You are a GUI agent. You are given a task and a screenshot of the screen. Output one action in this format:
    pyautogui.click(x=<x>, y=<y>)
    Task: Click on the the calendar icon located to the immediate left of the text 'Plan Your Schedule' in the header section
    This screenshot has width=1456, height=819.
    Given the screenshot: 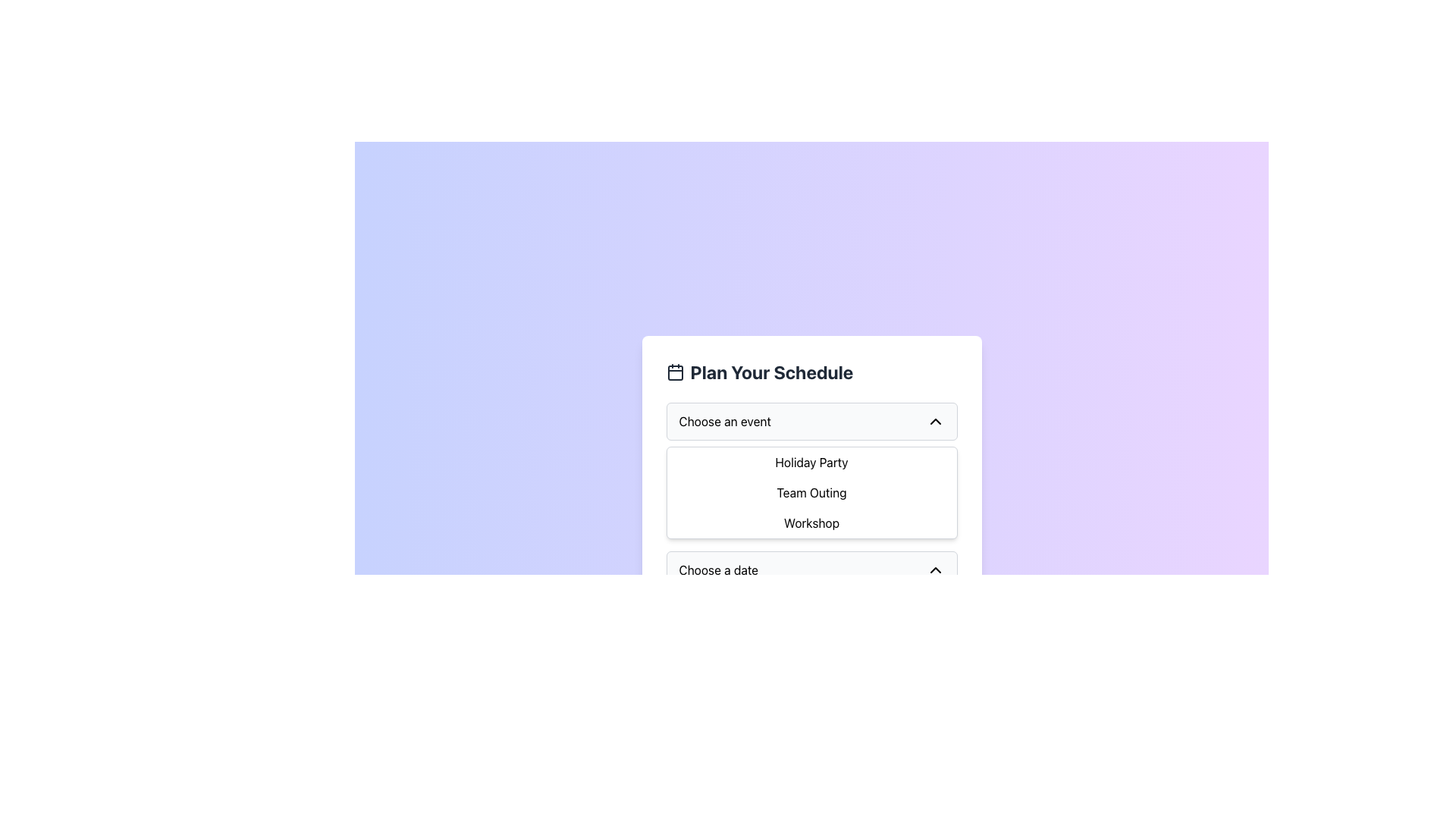 What is the action you would take?
    pyautogui.click(x=674, y=372)
    